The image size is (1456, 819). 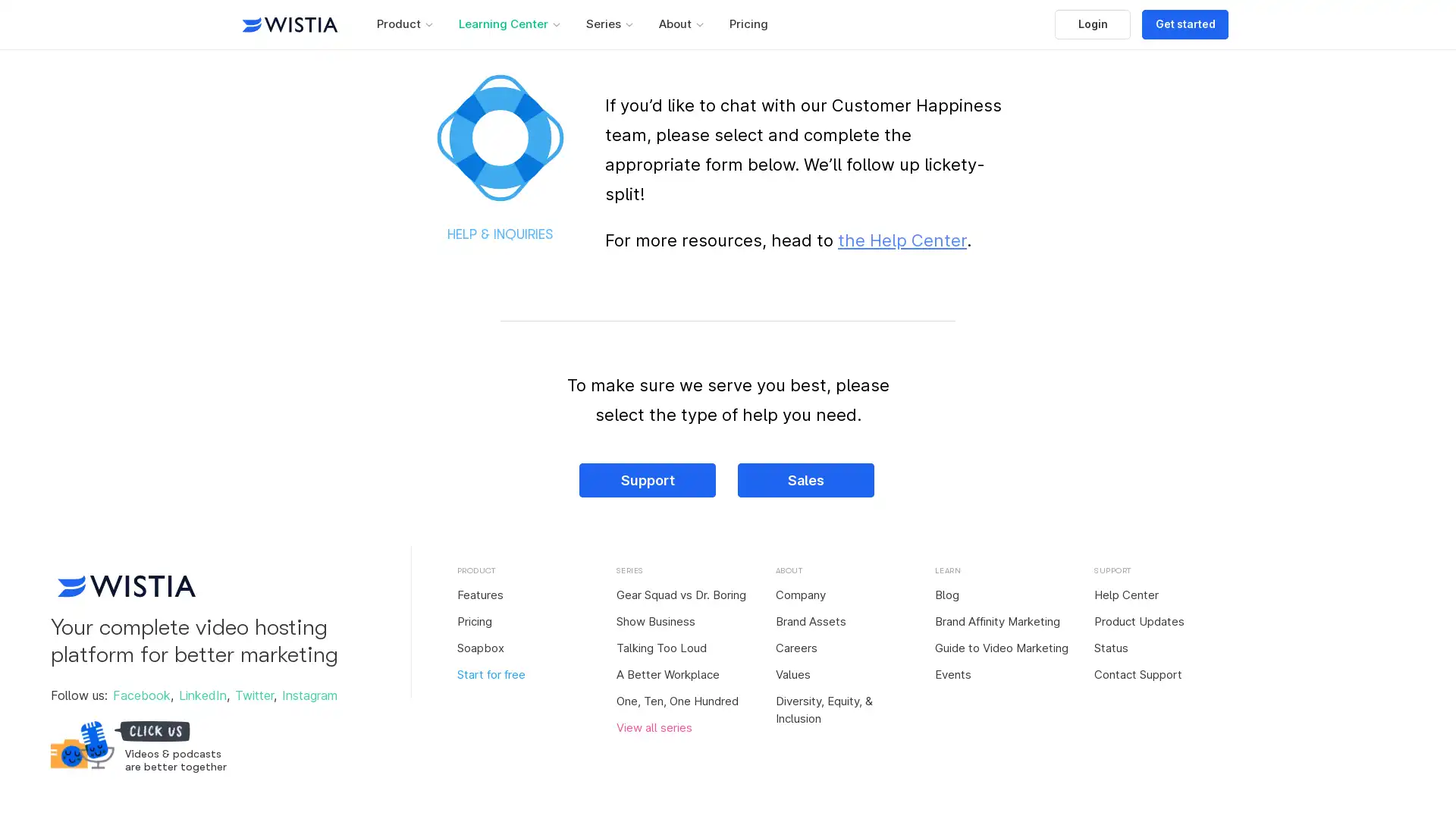 I want to click on About, so click(x=679, y=24).